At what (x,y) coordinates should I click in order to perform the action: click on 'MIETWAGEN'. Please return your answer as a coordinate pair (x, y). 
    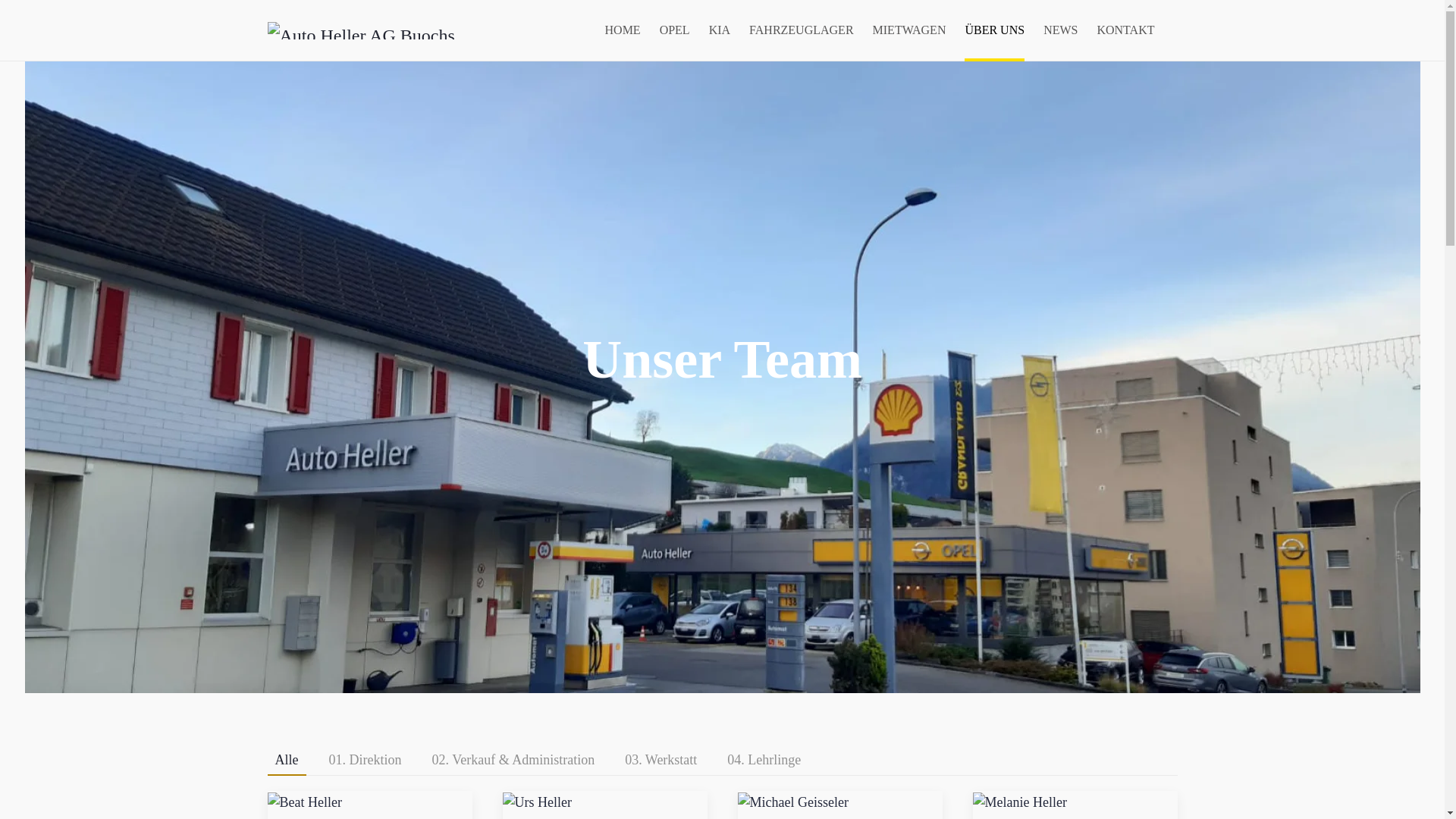
    Looking at the image, I should click on (873, 30).